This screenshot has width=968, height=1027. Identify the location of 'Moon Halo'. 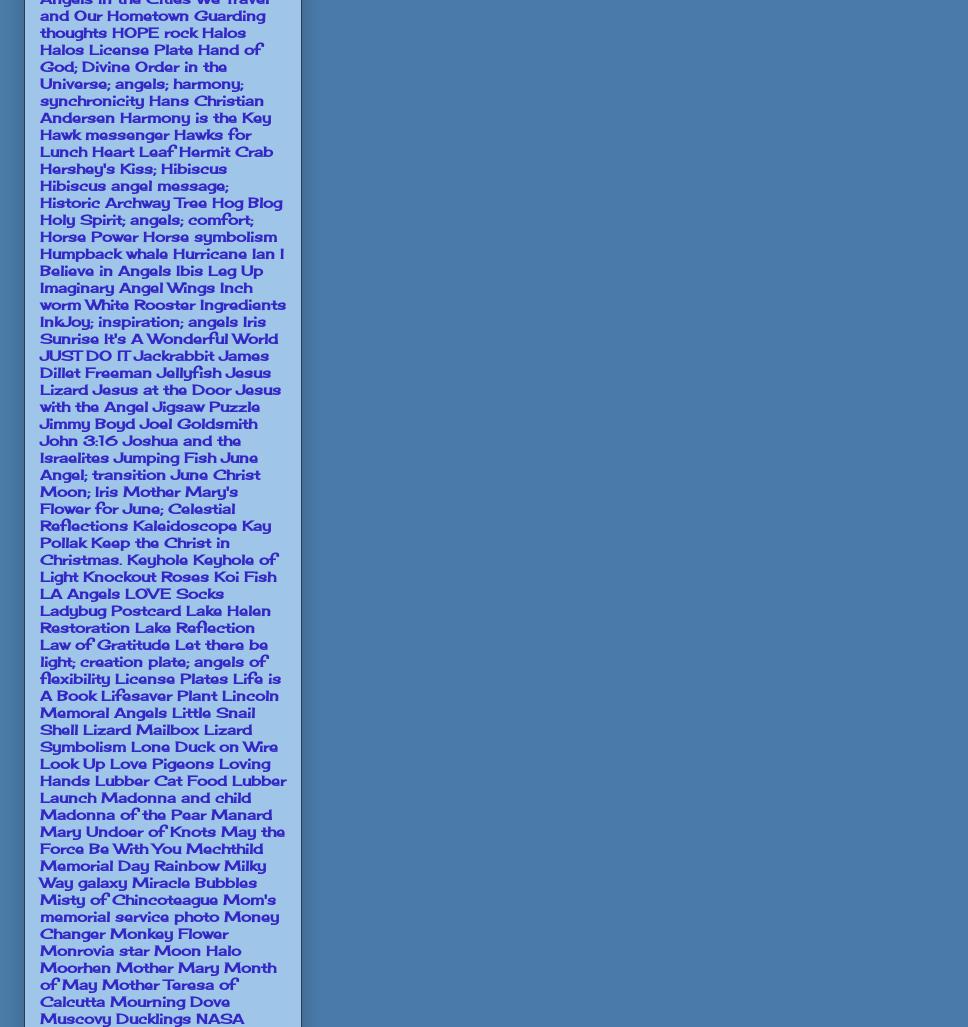
(197, 949).